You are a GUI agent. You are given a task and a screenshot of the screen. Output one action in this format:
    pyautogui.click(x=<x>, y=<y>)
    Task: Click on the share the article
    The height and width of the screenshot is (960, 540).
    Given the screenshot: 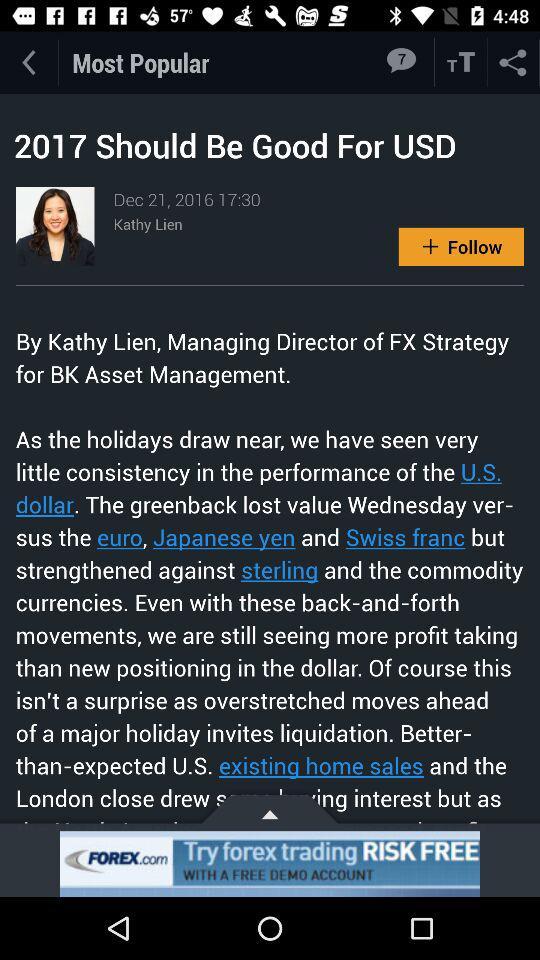 What is the action you would take?
    pyautogui.click(x=513, y=62)
    